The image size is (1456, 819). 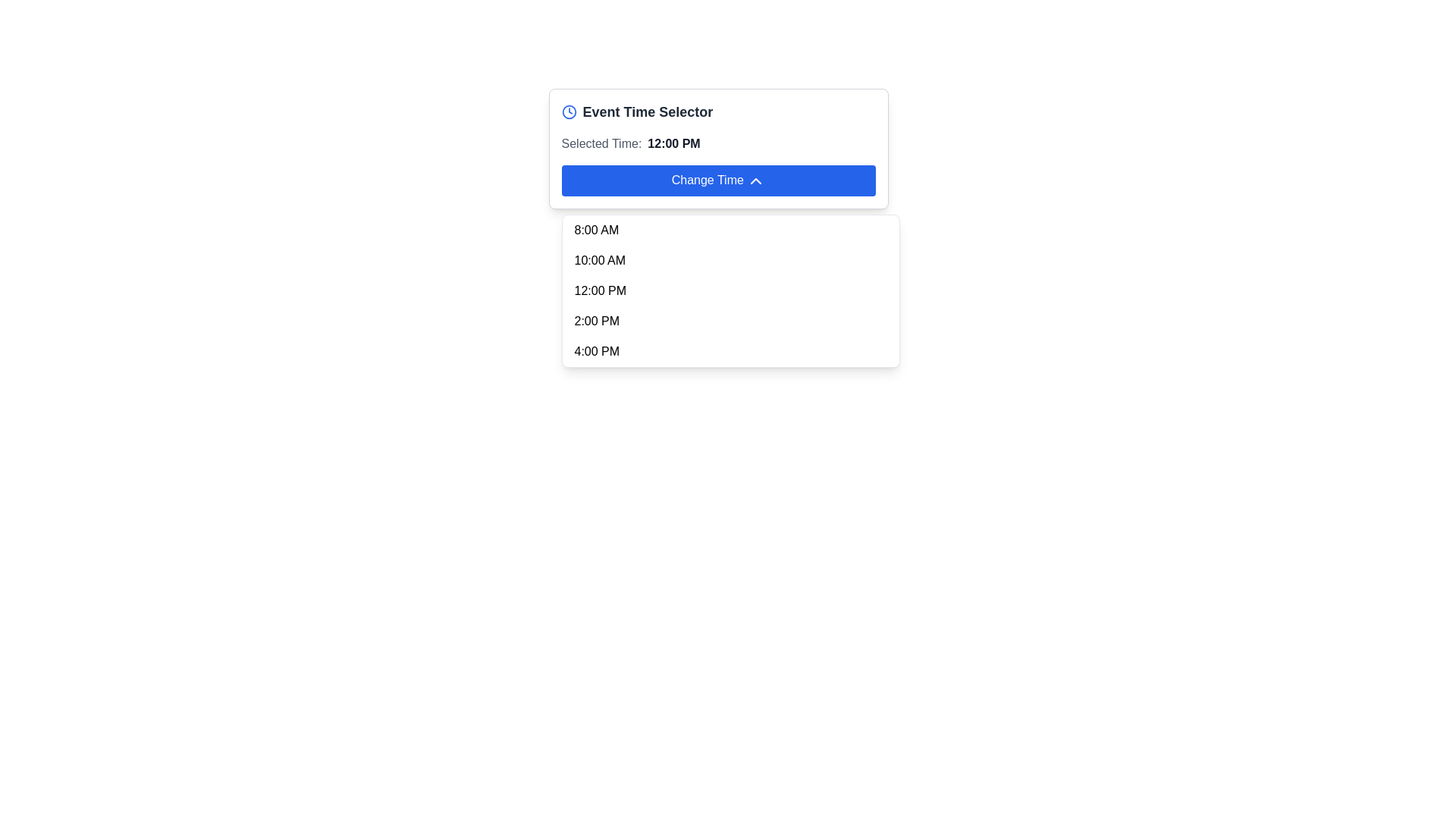 I want to click on the fifth item in the dropdown menu that allows the user to select '4:00 PM' as a time option, so click(x=730, y=351).